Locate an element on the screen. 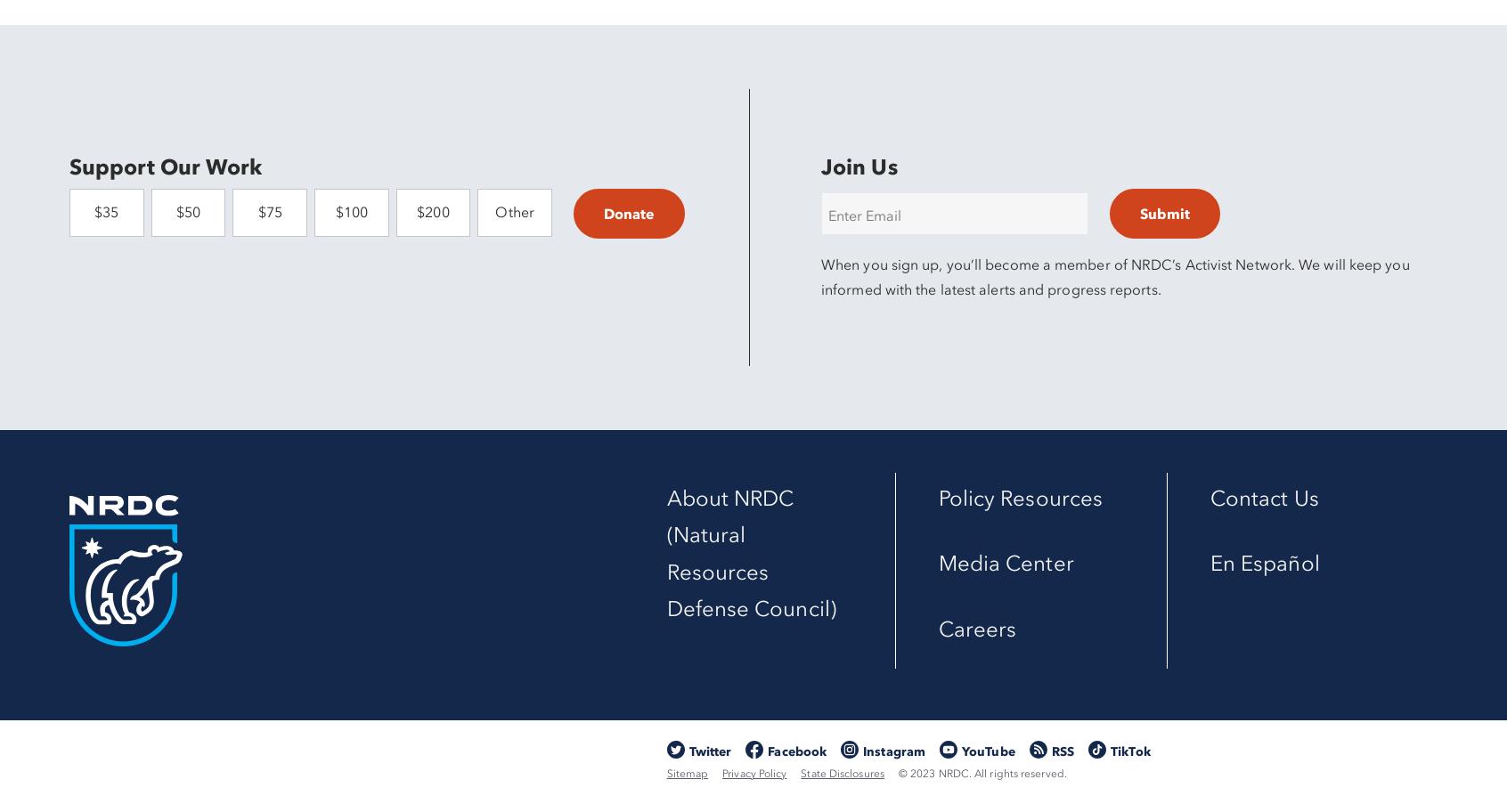 The width and height of the screenshot is (1507, 812). 'RSS' is located at coordinates (1062, 751).